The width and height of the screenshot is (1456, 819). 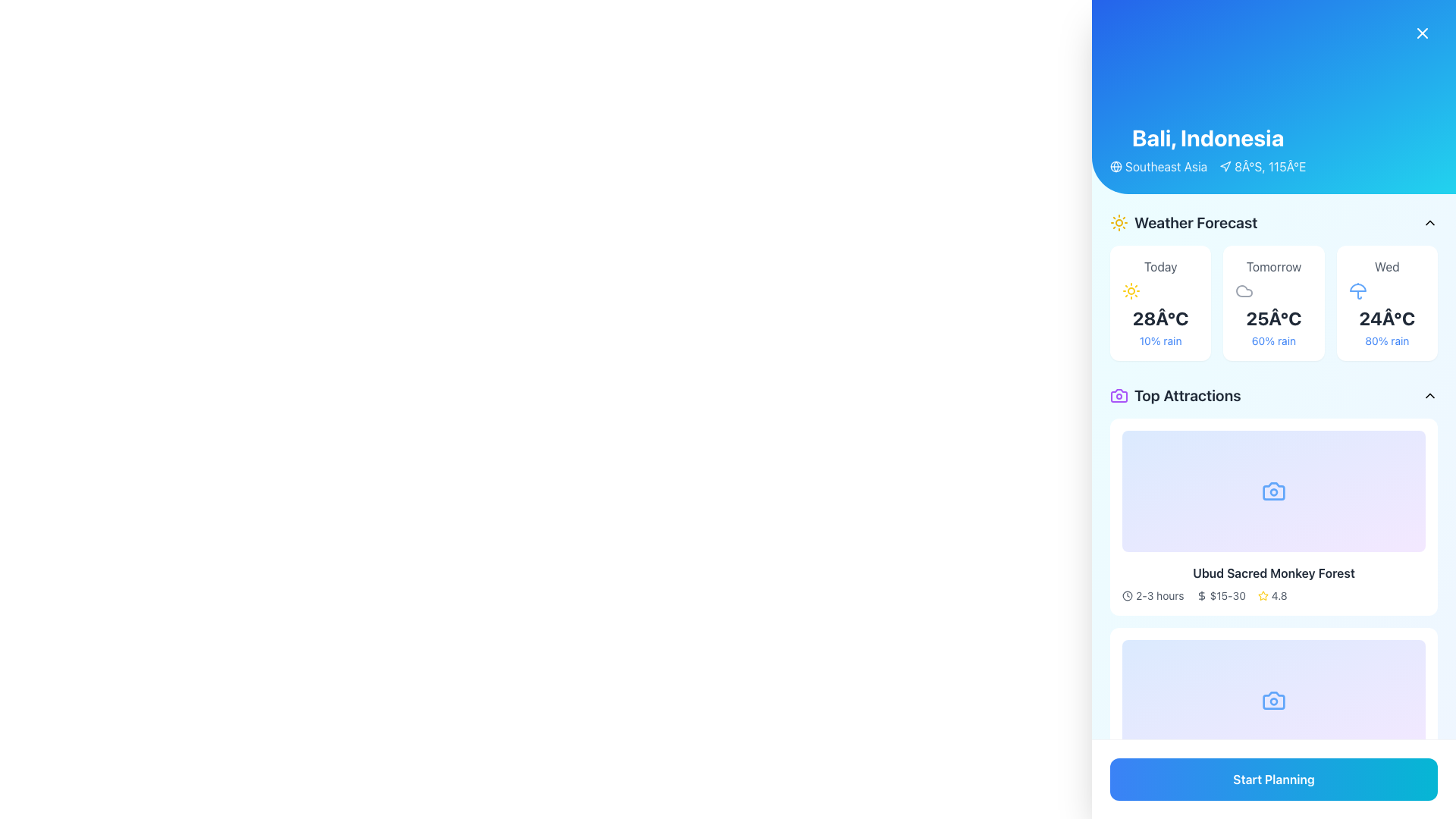 I want to click on the static text header displaying the word 'Tomorrow' in gray font, which is positioned at the top of the weather forecast card, so click(x=1274, y=265).